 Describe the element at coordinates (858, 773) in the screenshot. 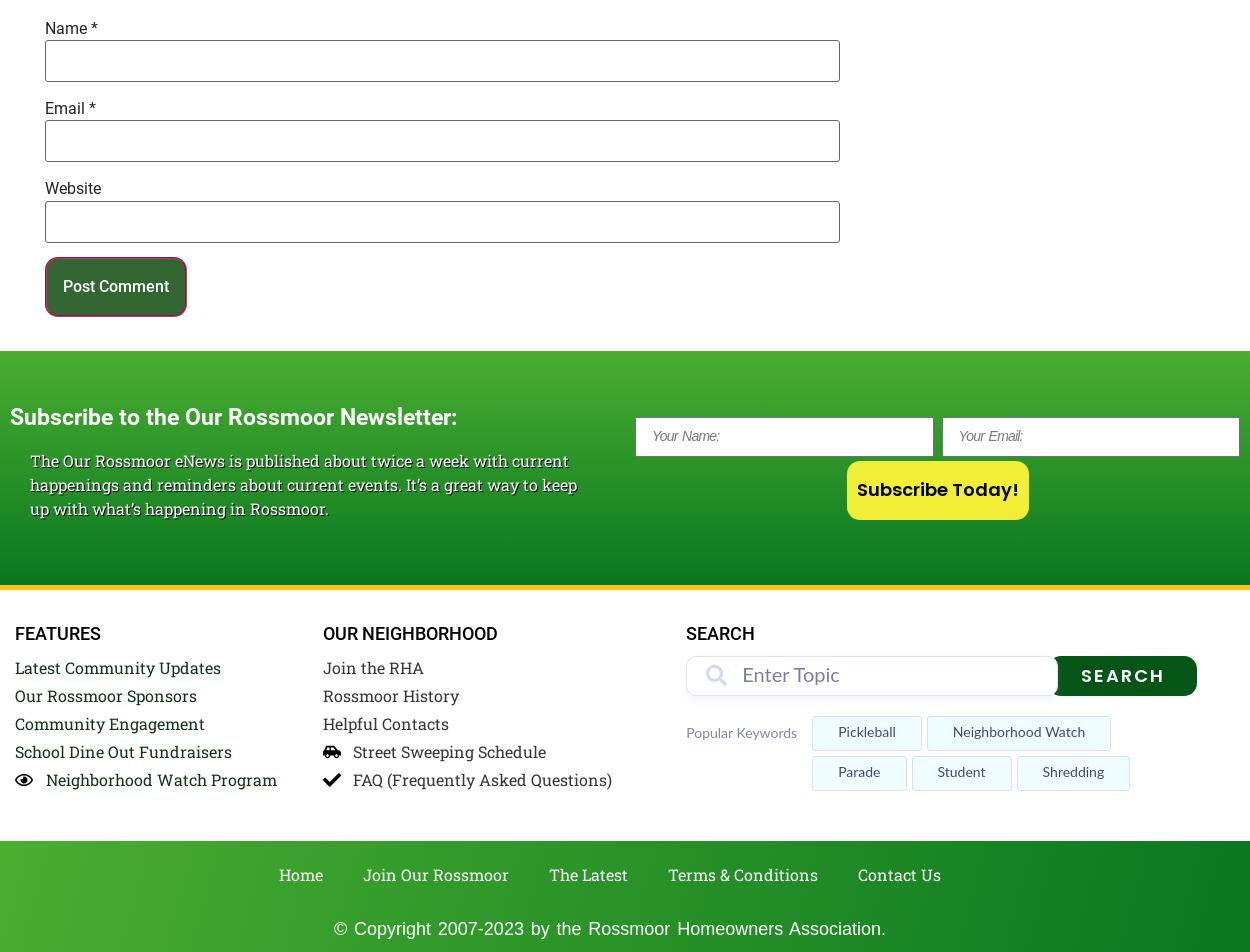

I see `'Parade'` at that location.